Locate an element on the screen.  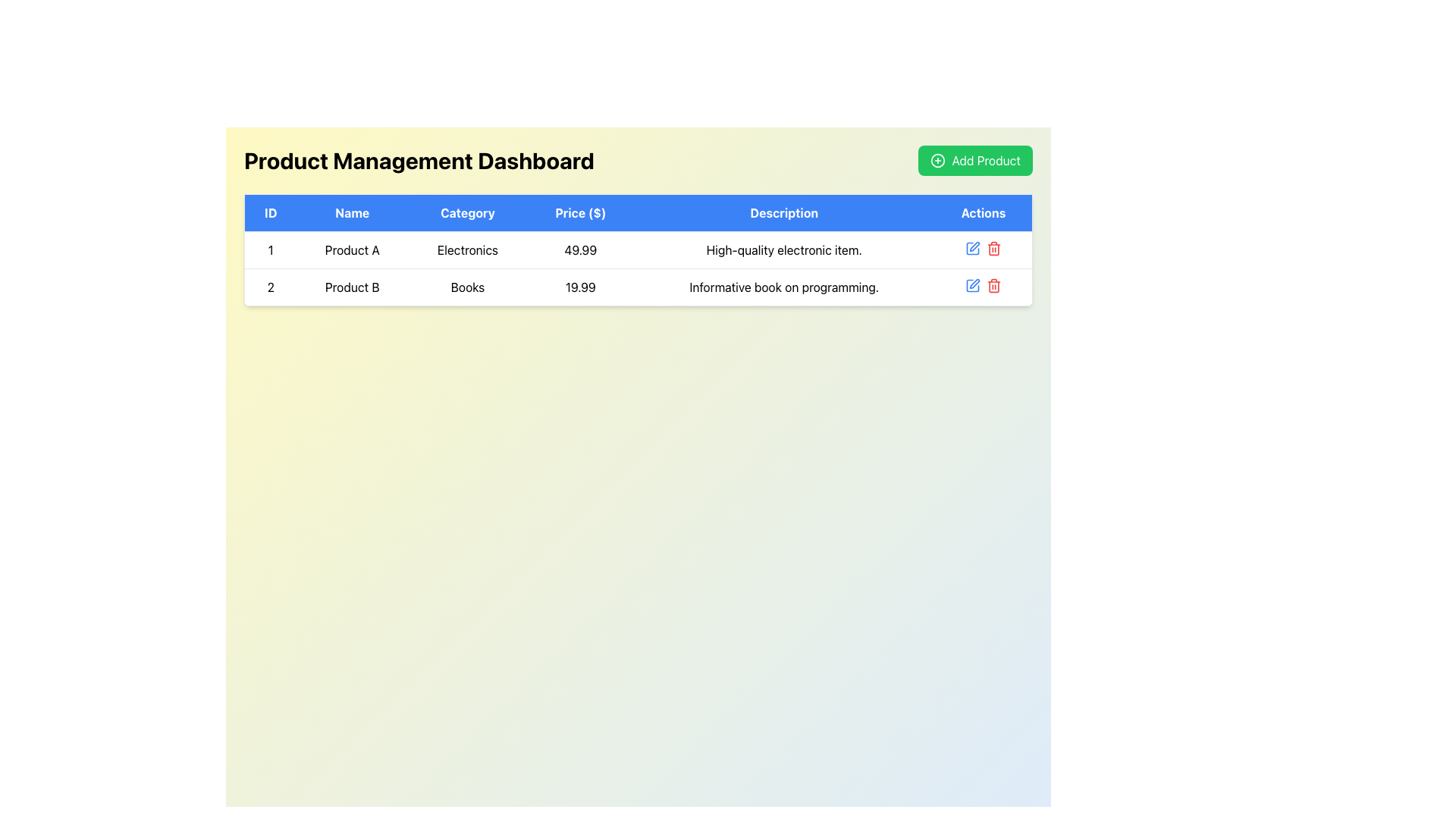
the blue pen icon button in the 'Actions' column of the second row for 'Product B' is located at coordinates (972, 286).